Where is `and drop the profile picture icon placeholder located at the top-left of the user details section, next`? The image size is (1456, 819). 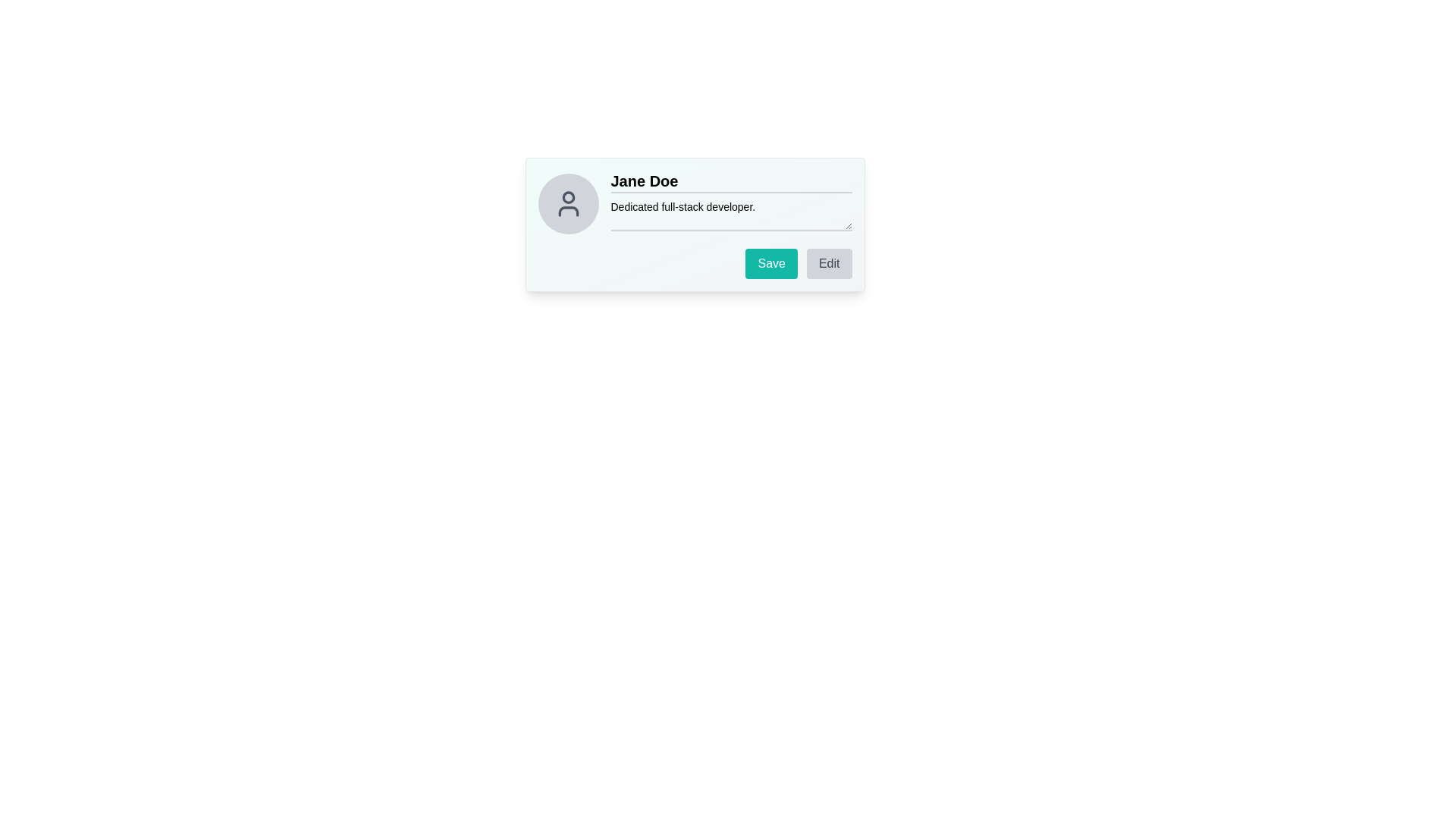
and drop the profile picture icon placeholder located at the top-left of the user details section, next is located at coordinates (567, 202).